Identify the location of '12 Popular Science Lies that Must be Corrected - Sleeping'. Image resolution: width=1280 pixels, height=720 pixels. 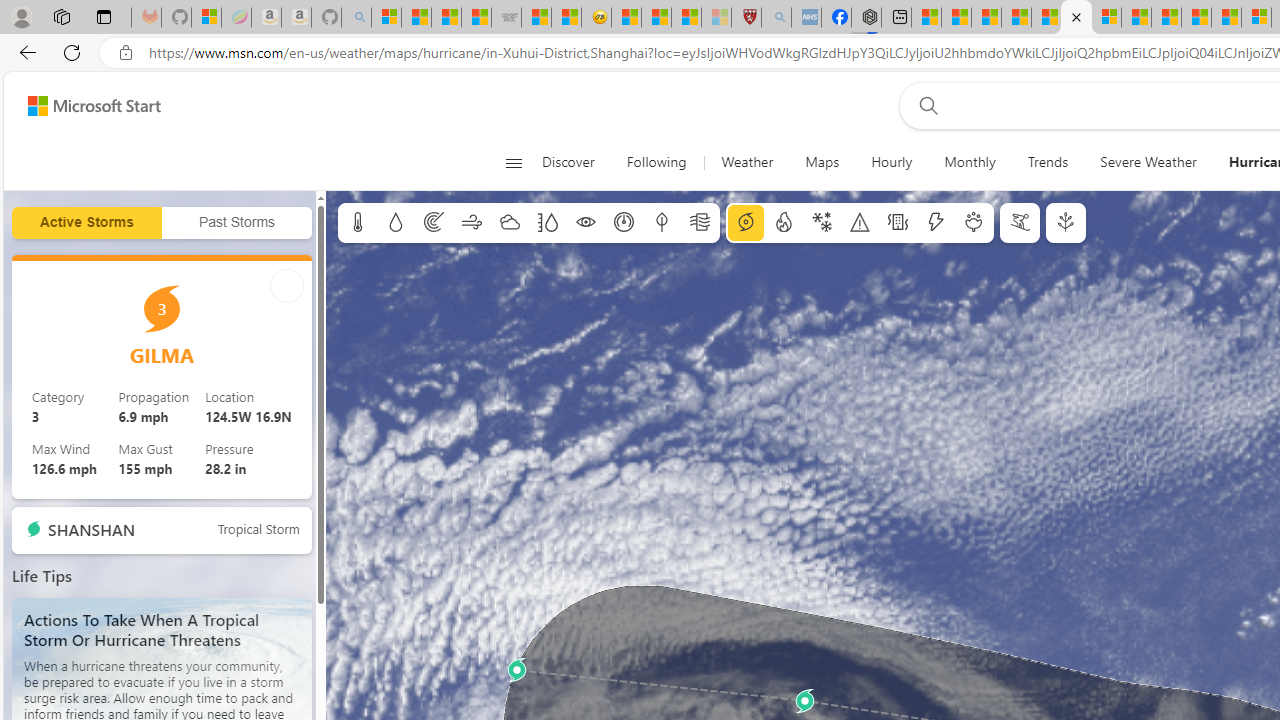
(716, 17).